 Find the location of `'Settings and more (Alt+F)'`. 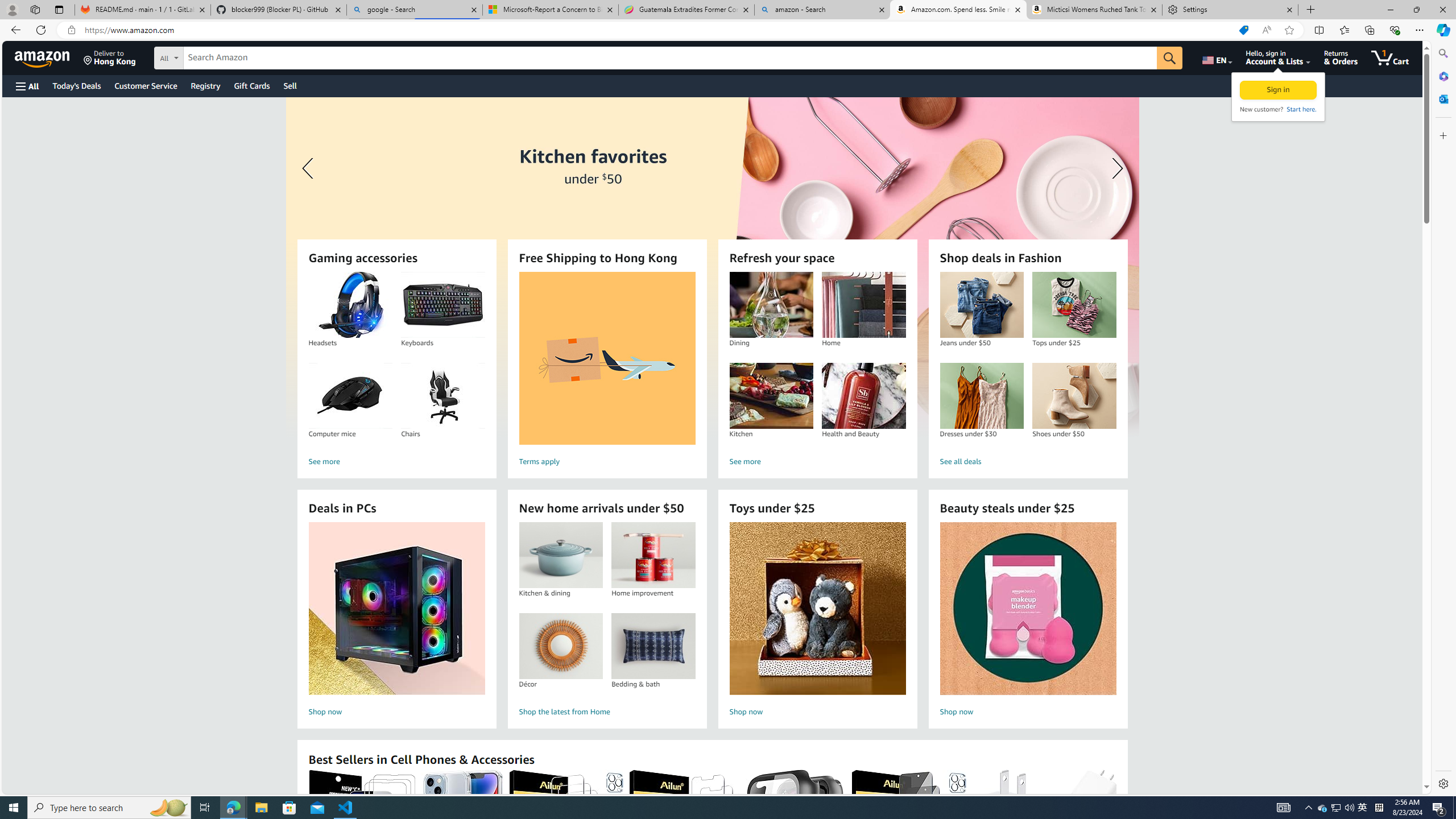

'Settings and more (Alt+F)' is located at coordinates (1419, 29).